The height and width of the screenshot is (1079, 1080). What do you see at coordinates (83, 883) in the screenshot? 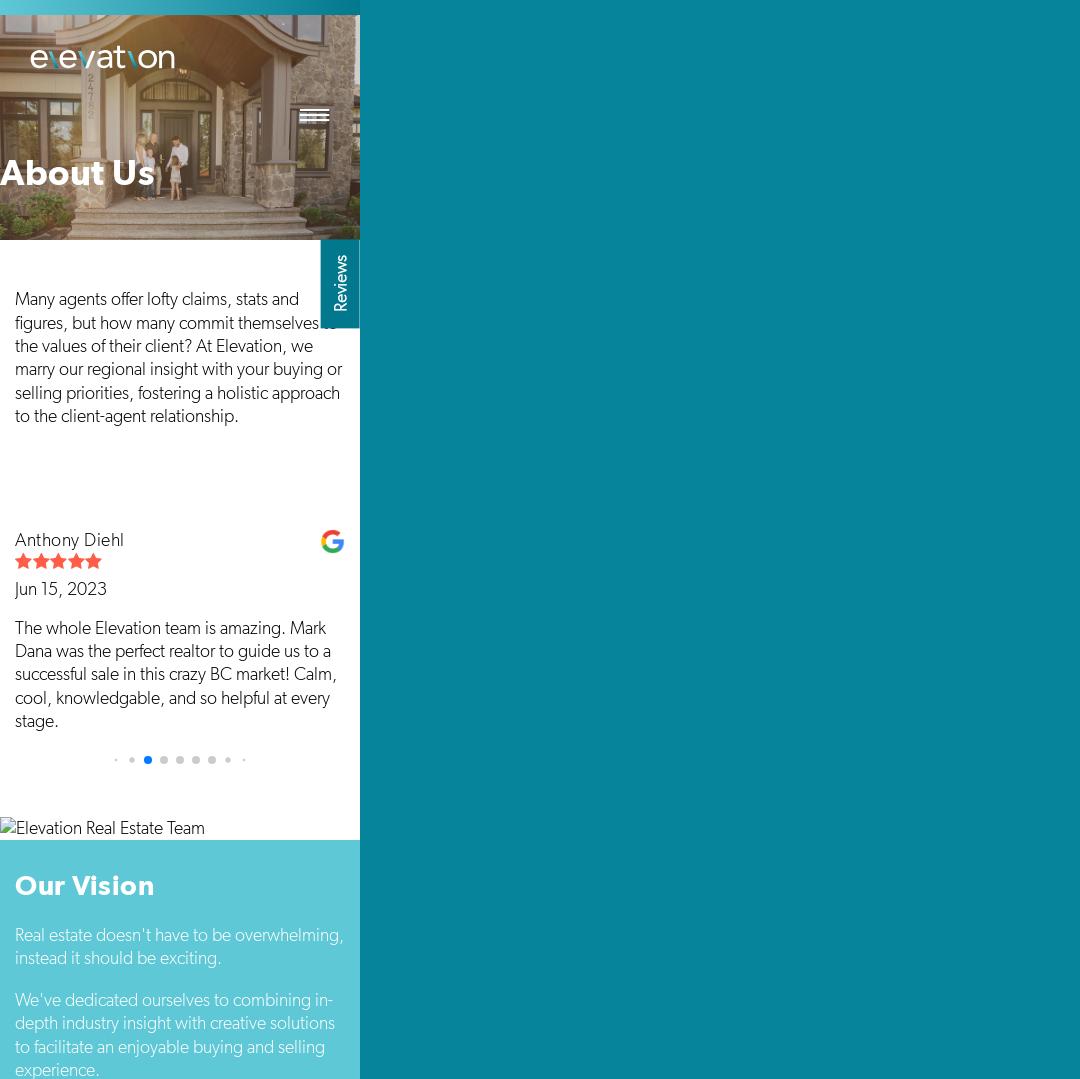
I see `'Our Vision'` at bounding box center [83, 883].